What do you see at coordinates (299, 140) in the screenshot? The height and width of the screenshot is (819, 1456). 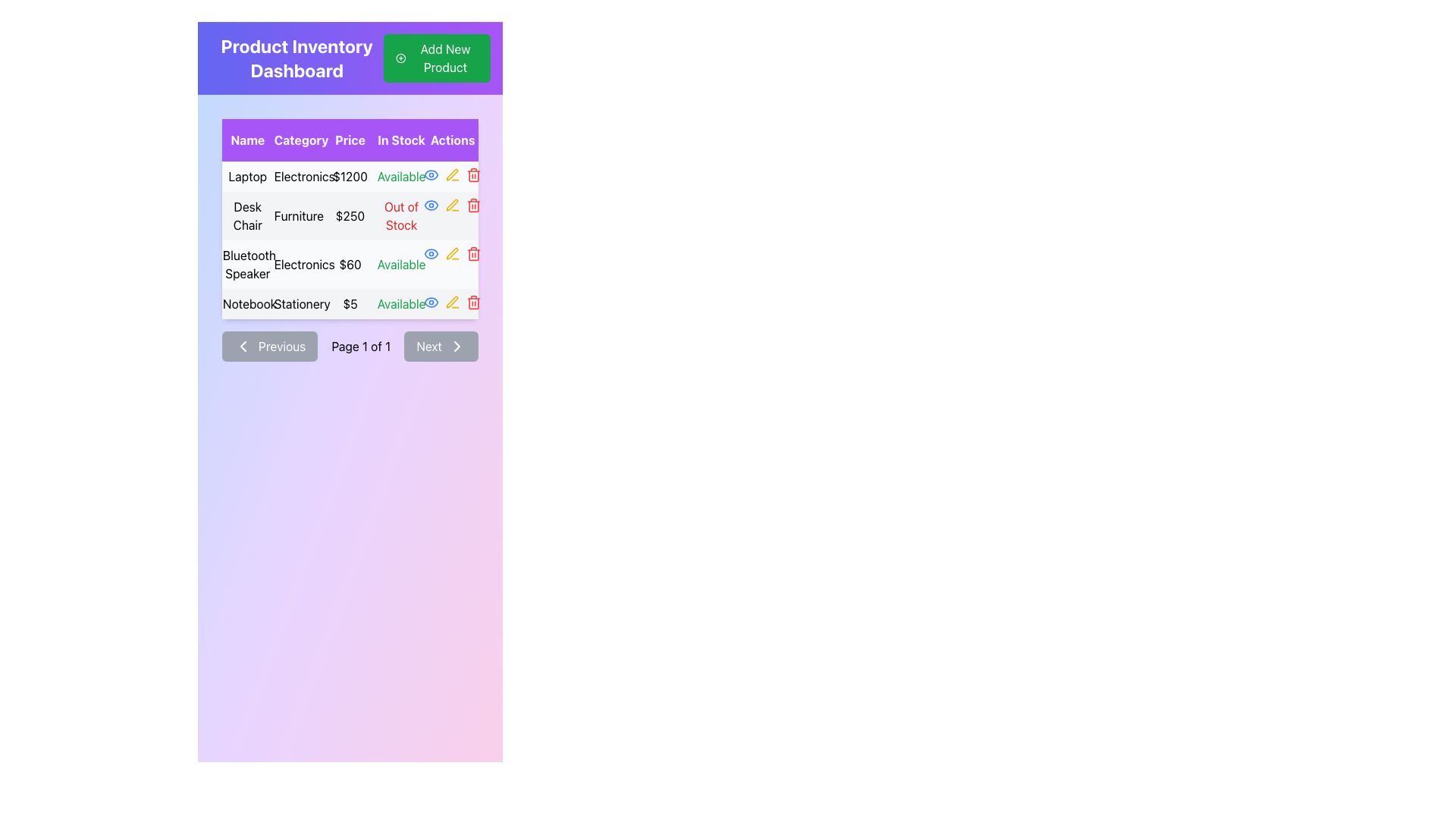 I see `the header label indicating 'Category', which is the second item in the row of headers, positioned between 'Name' and 'Price'` at bounding box center [299, 140].